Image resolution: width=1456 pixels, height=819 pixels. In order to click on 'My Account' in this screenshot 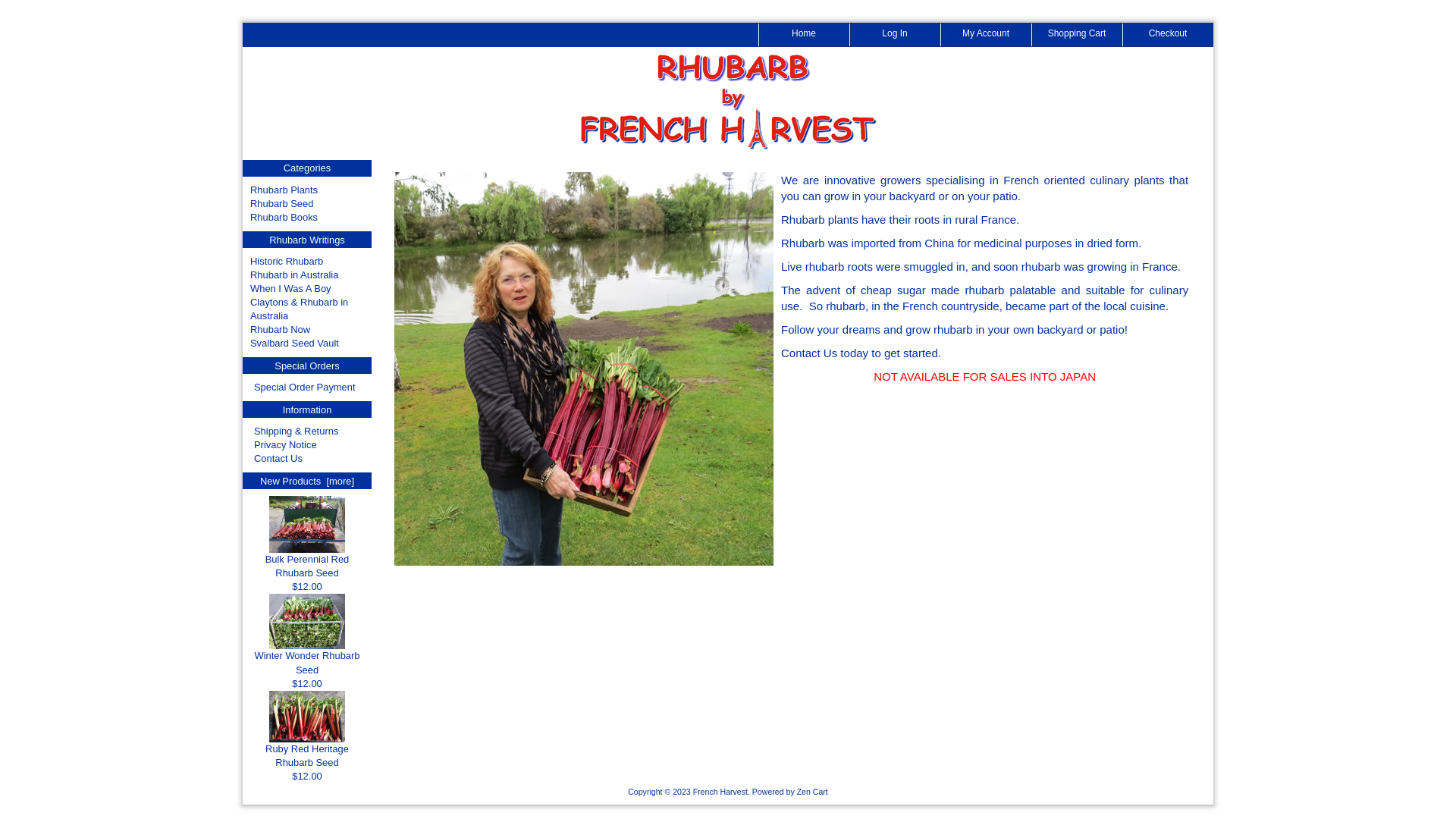, I will do `click(986, 34)`.